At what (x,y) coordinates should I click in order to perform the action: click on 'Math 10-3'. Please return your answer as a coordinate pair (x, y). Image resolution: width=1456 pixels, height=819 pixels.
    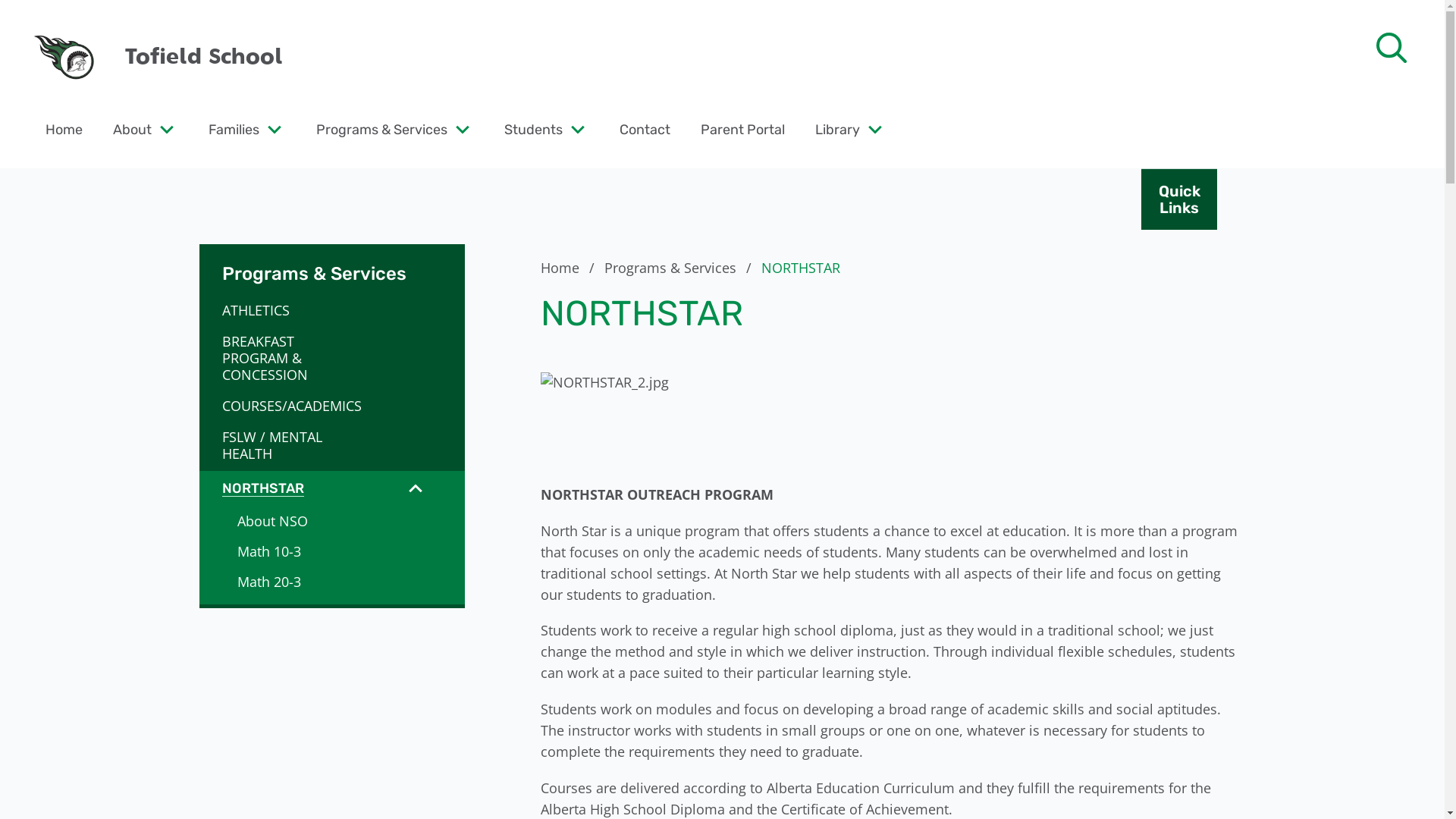
    Looking at the image, I should click on (330, 551).